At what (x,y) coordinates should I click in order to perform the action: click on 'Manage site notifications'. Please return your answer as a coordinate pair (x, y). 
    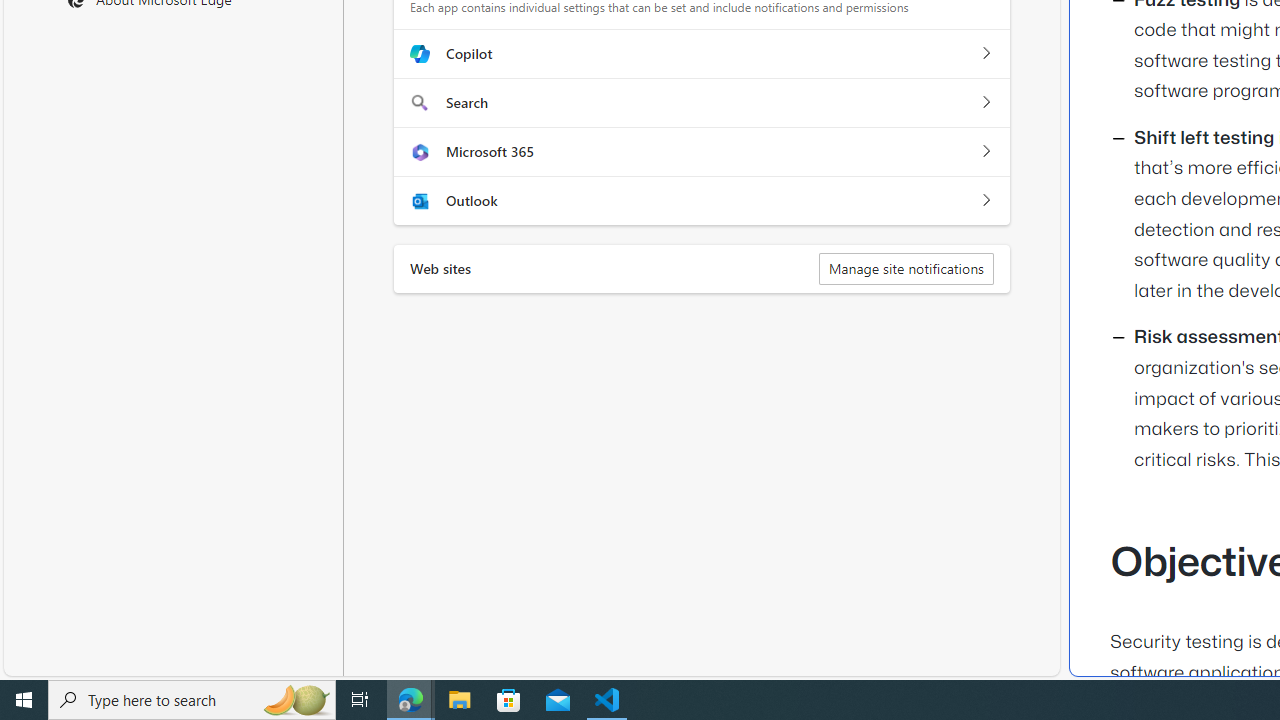
    Looking at the image, I should click on (905, 267).